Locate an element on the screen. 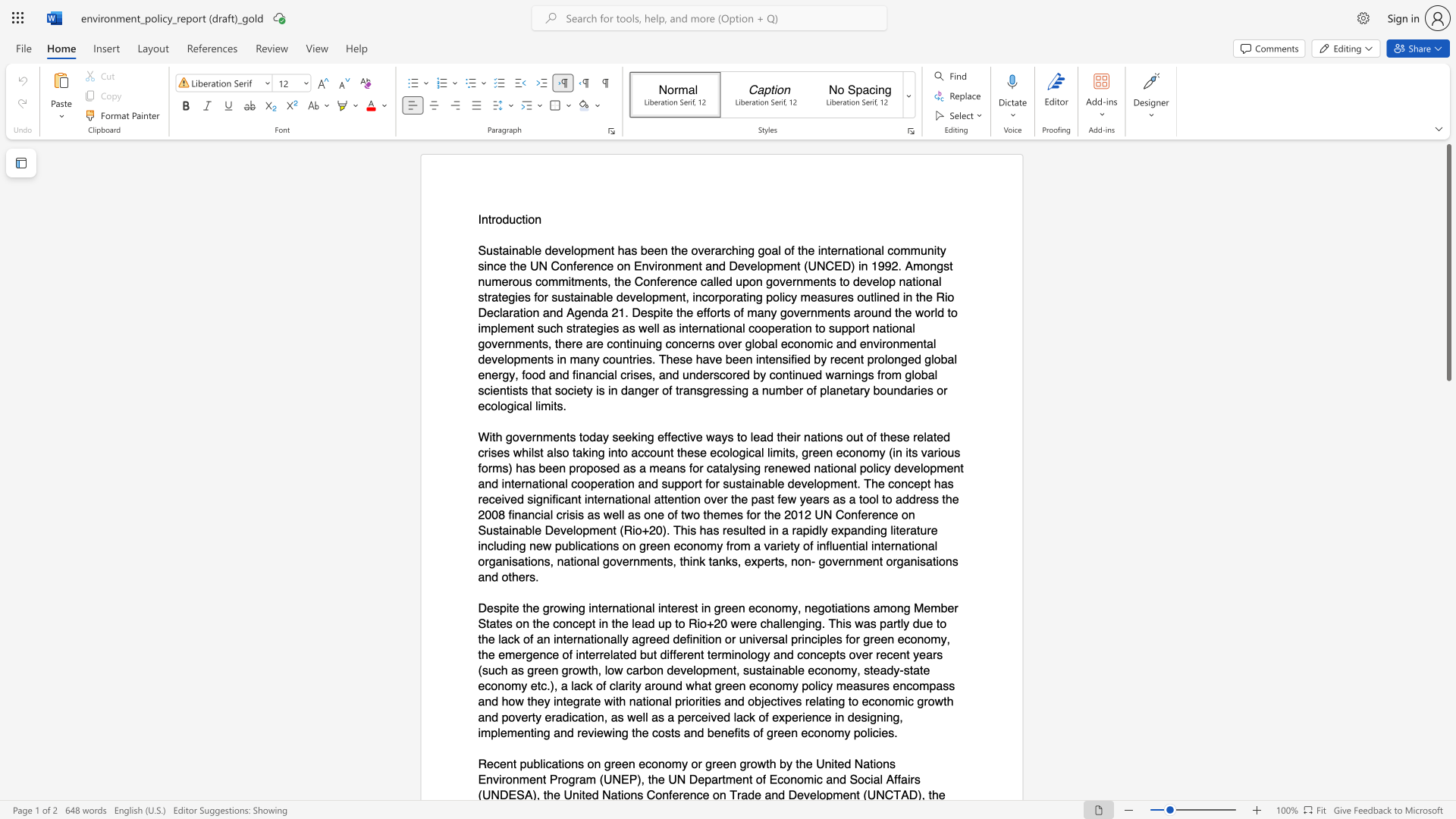 Image resolution: width=1456 pixels, height=819 pixels. the scrollbar to scroll the page down is located at coordinates (1448, 681).